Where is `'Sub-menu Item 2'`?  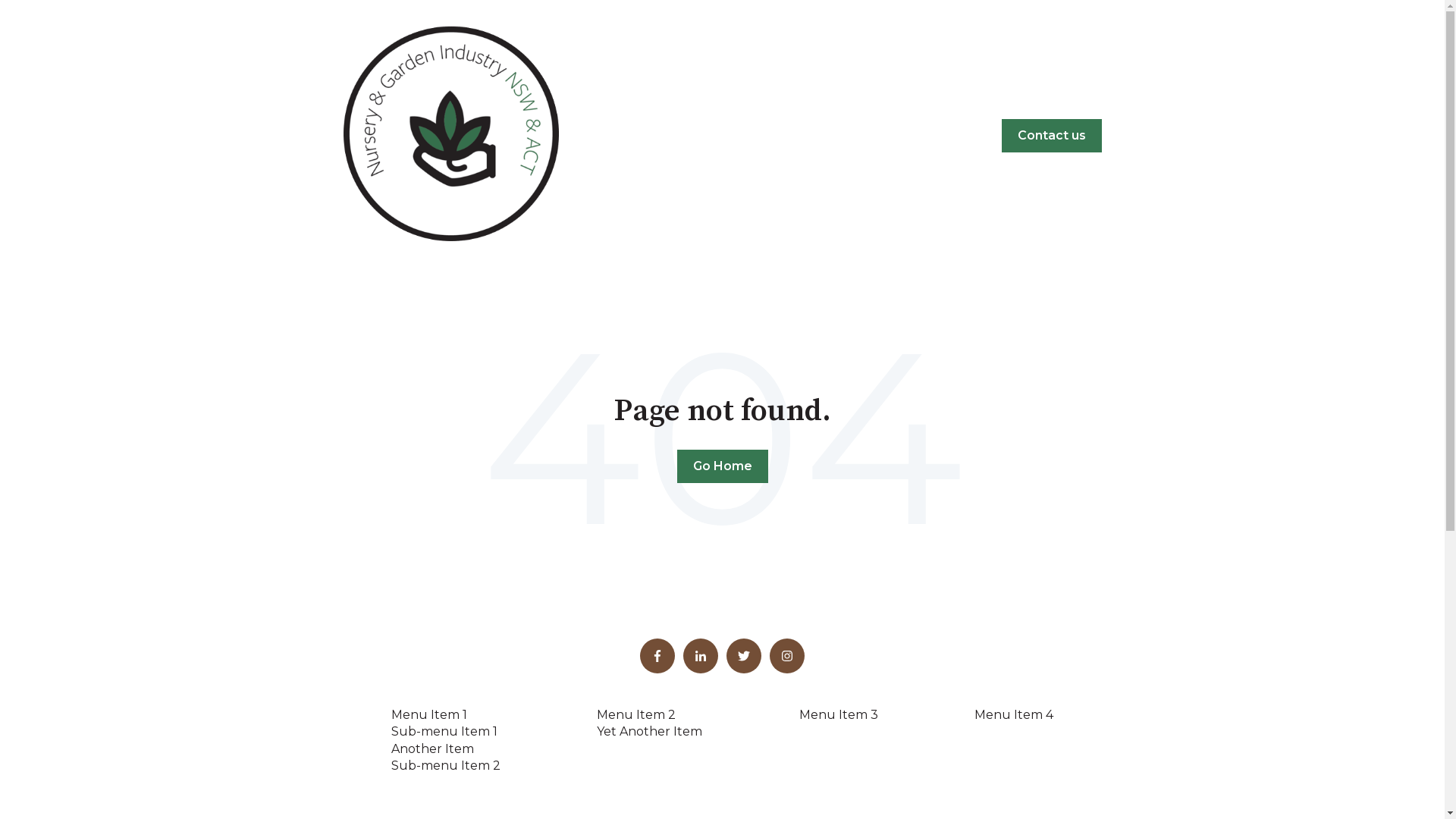
'Sub-menu Item 2' is located at coordinates (445, 765).